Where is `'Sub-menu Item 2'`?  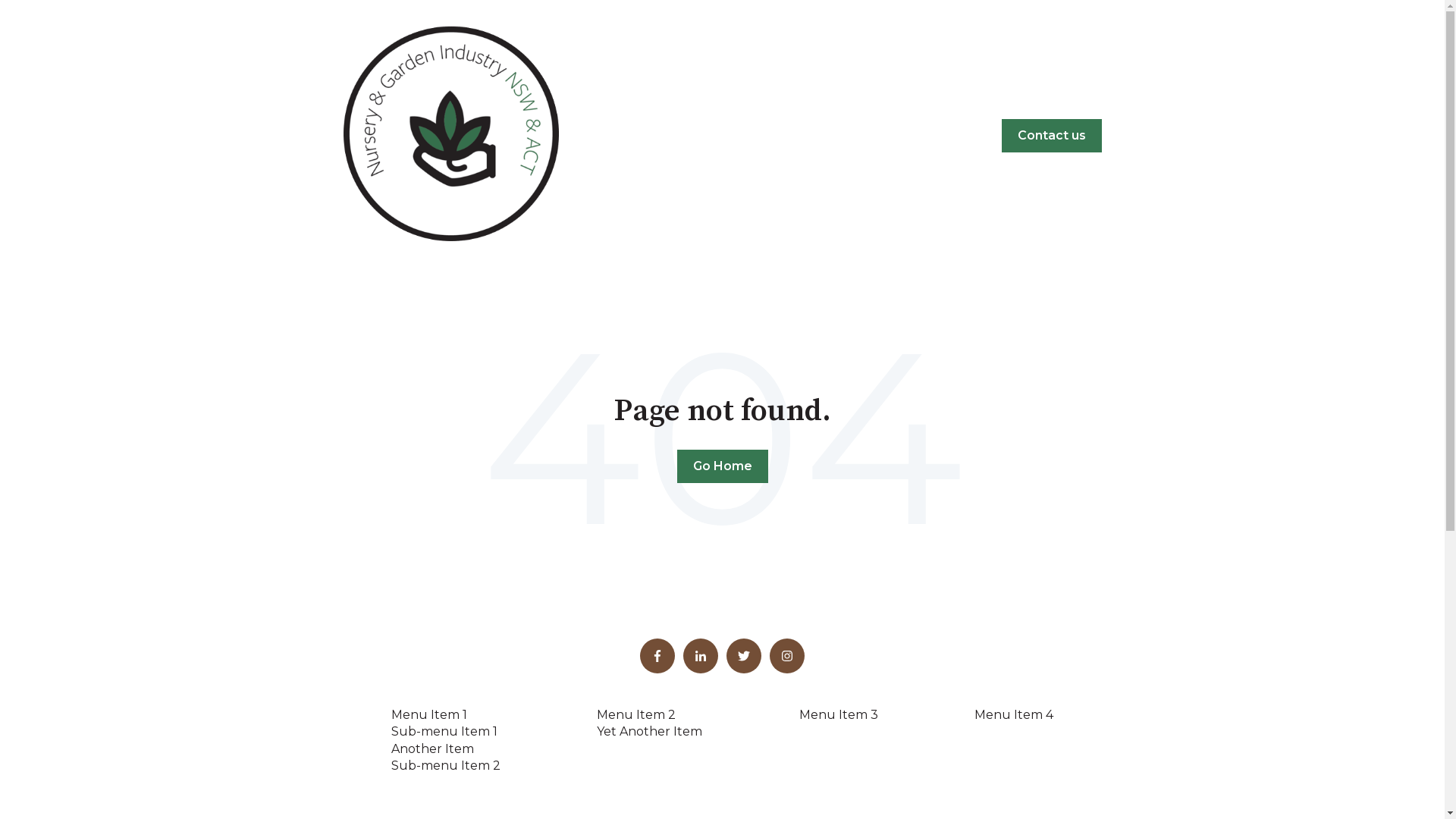
'Sub-menu Item 2' is located at coordinates (445, 765).